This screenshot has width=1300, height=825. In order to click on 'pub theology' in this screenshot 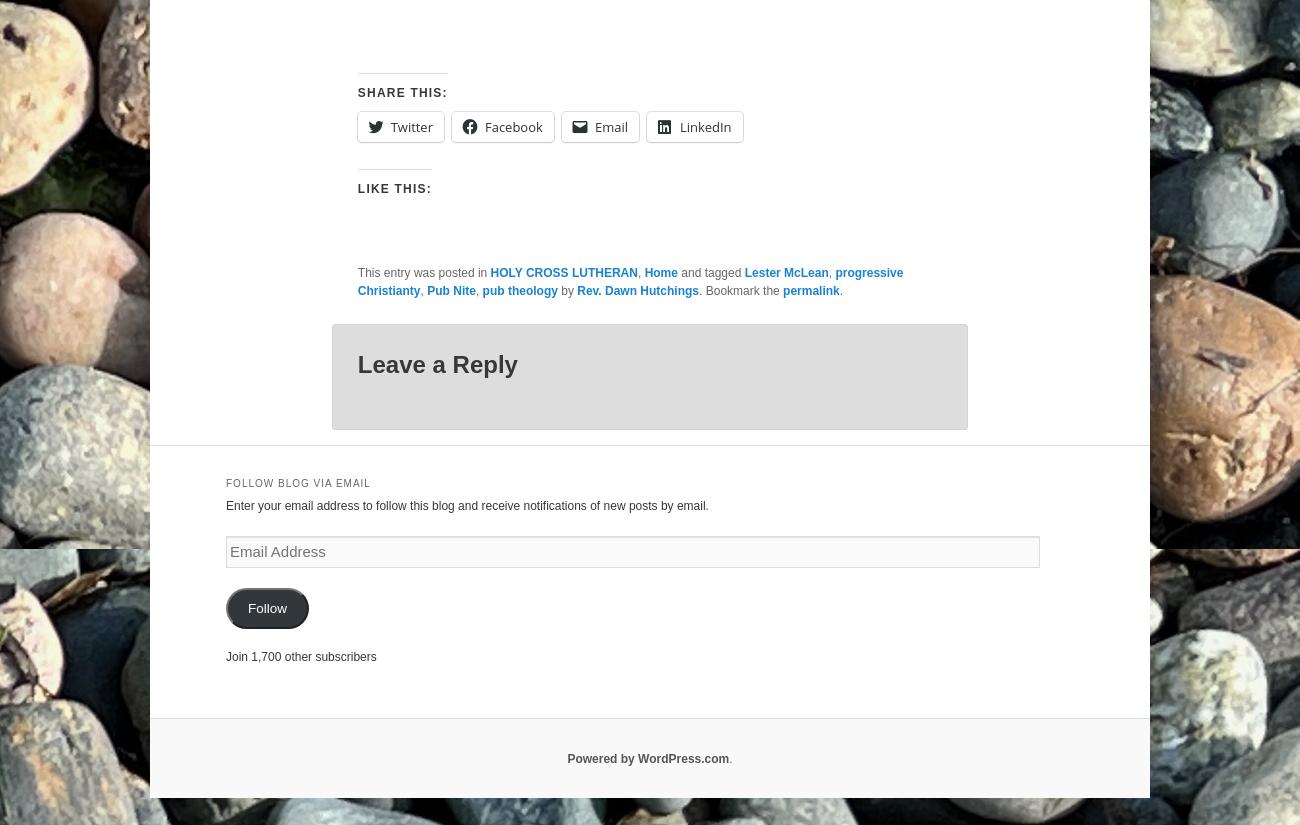, I will do `click(519, 289)`.